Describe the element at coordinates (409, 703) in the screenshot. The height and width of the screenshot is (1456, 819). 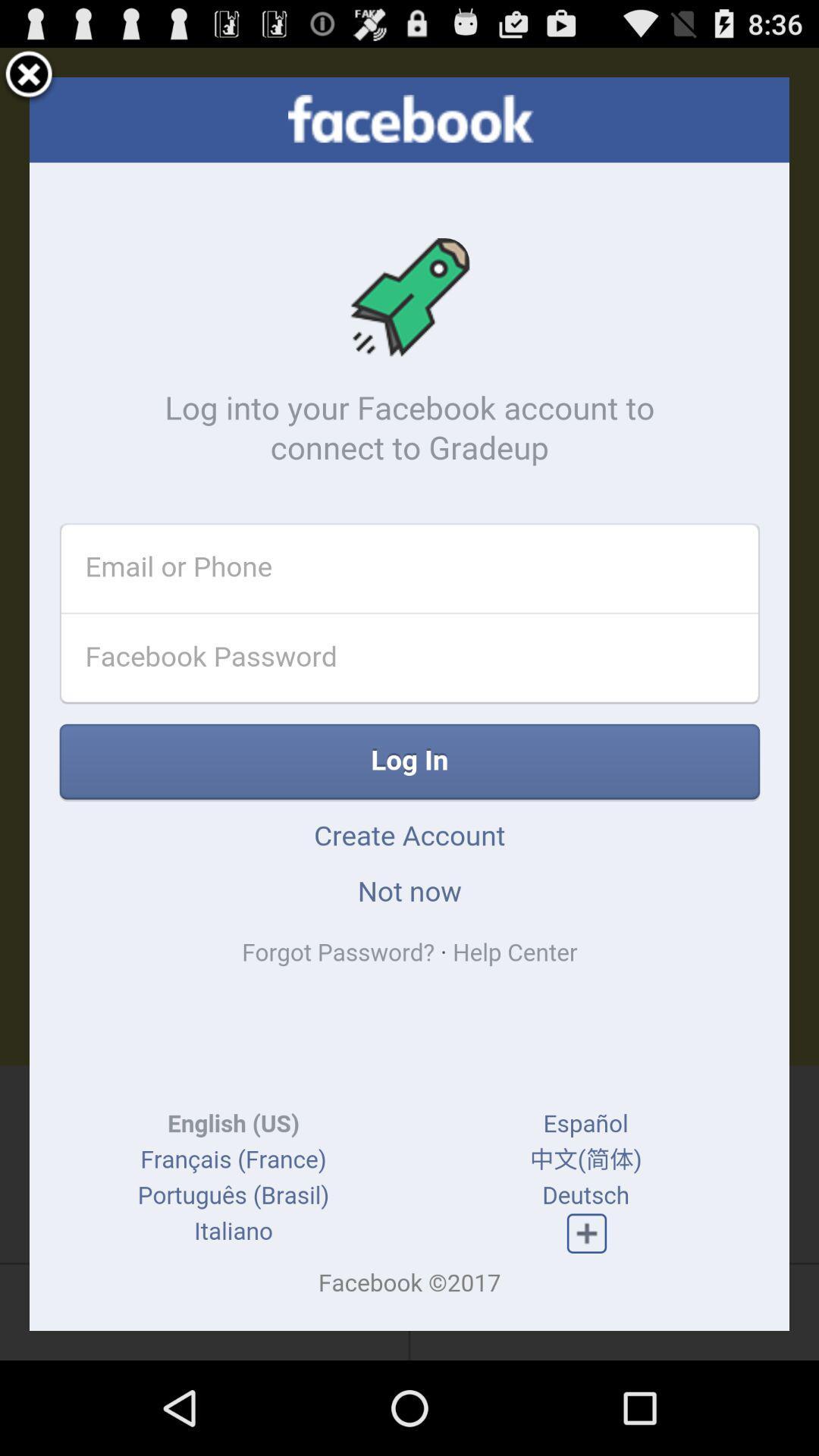
I see `to go facebook` at that location.